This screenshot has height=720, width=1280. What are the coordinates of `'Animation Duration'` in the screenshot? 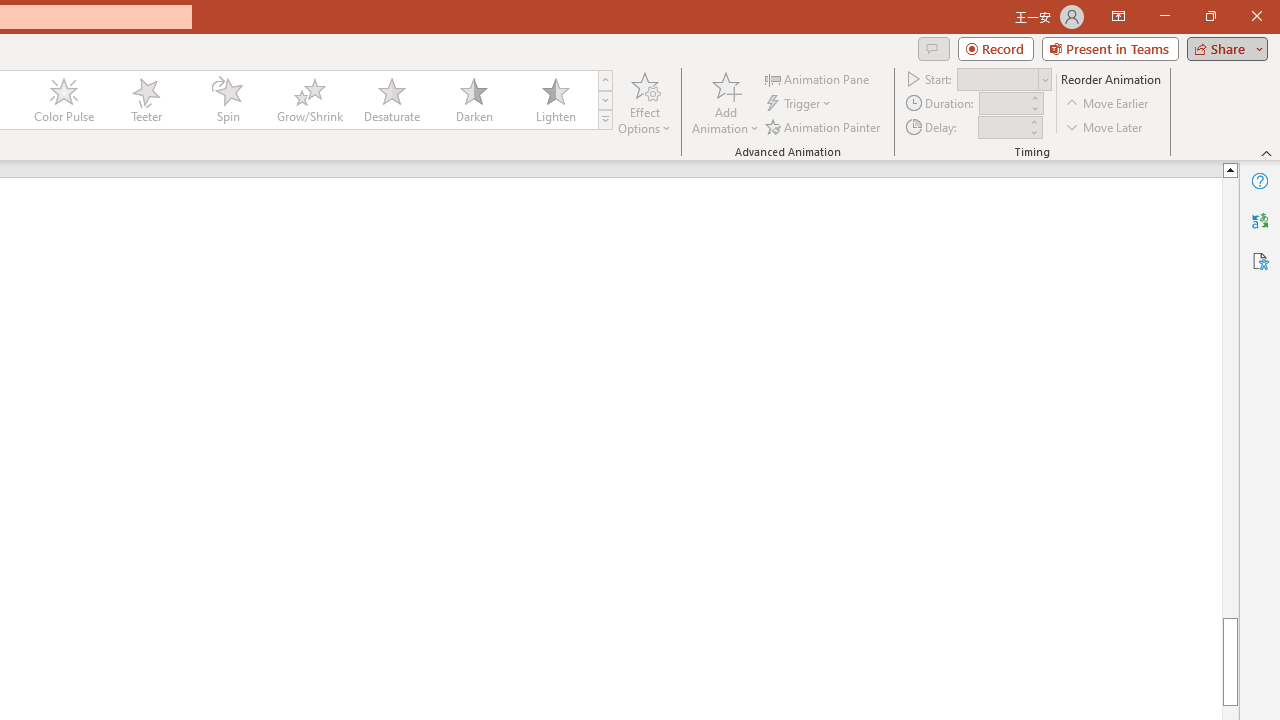 It's located at (1003, 103).